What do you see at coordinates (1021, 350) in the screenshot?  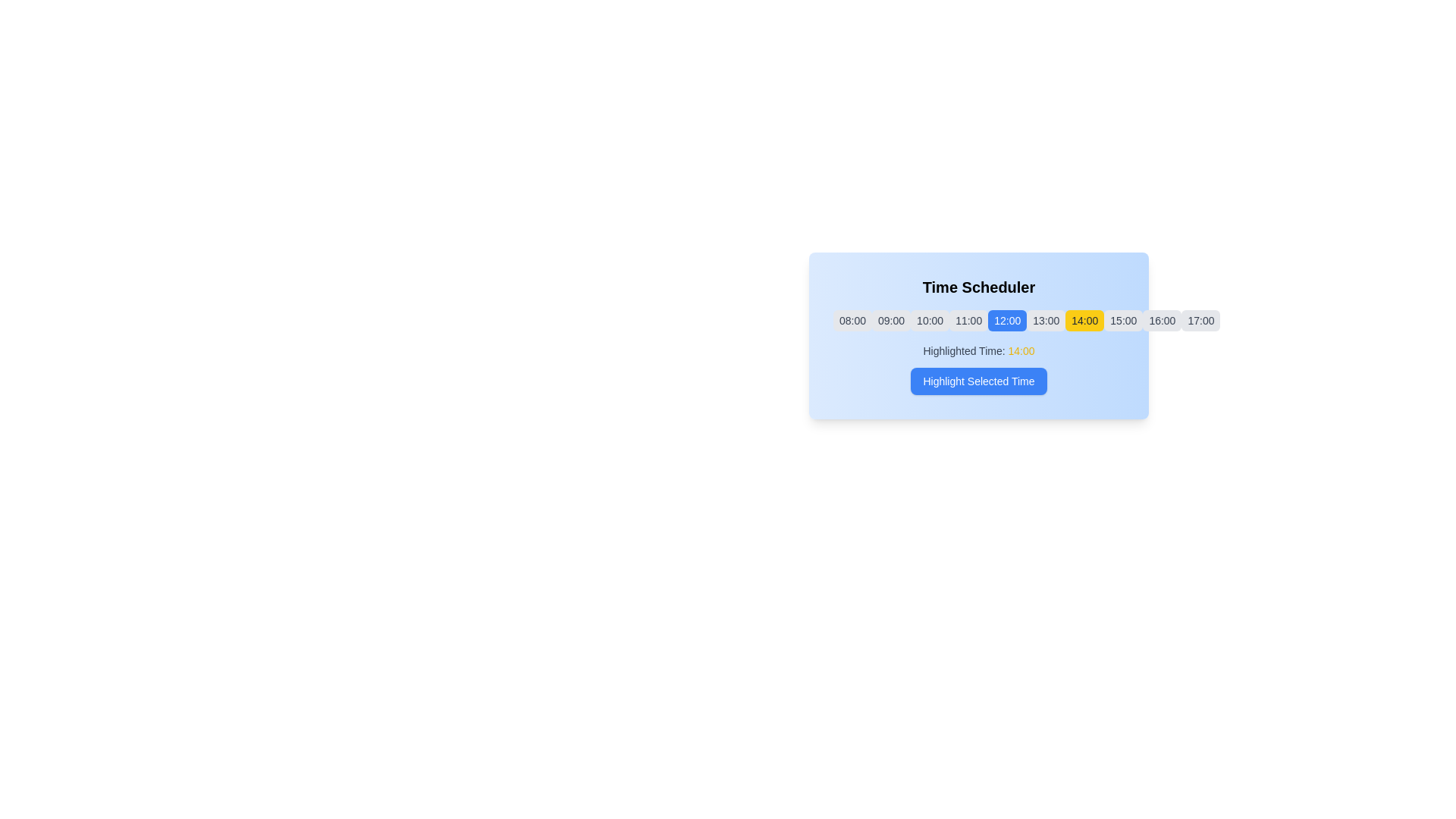 I see `highlighted time text '14:00' displayed in yellow within the phrase 'Highlighted Time: 14:00' at the bottom center of the 'Time Scheduler' card` at bounding box center [1021, 350].